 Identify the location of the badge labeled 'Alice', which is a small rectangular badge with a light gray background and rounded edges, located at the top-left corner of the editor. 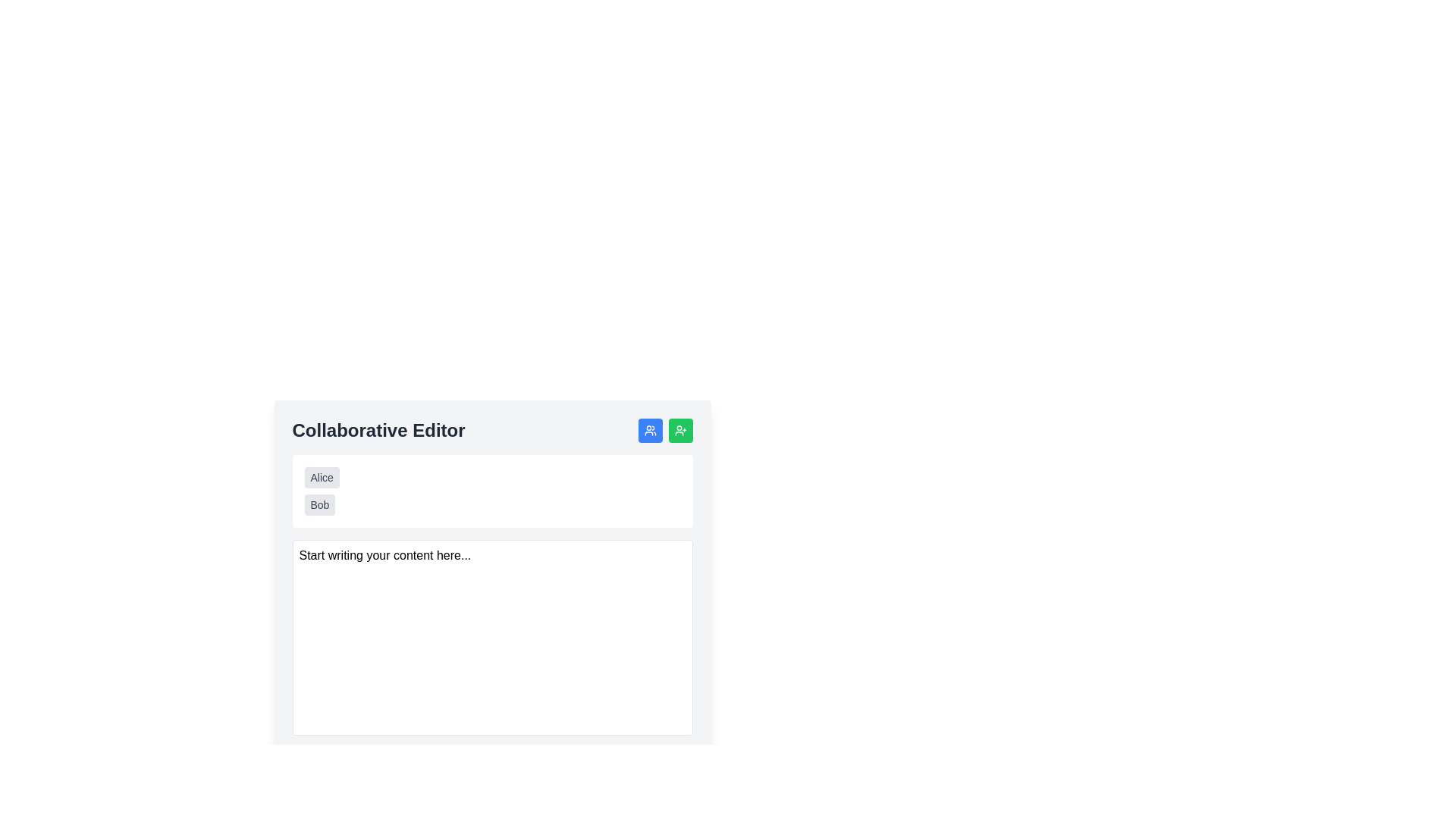
(321, 476).